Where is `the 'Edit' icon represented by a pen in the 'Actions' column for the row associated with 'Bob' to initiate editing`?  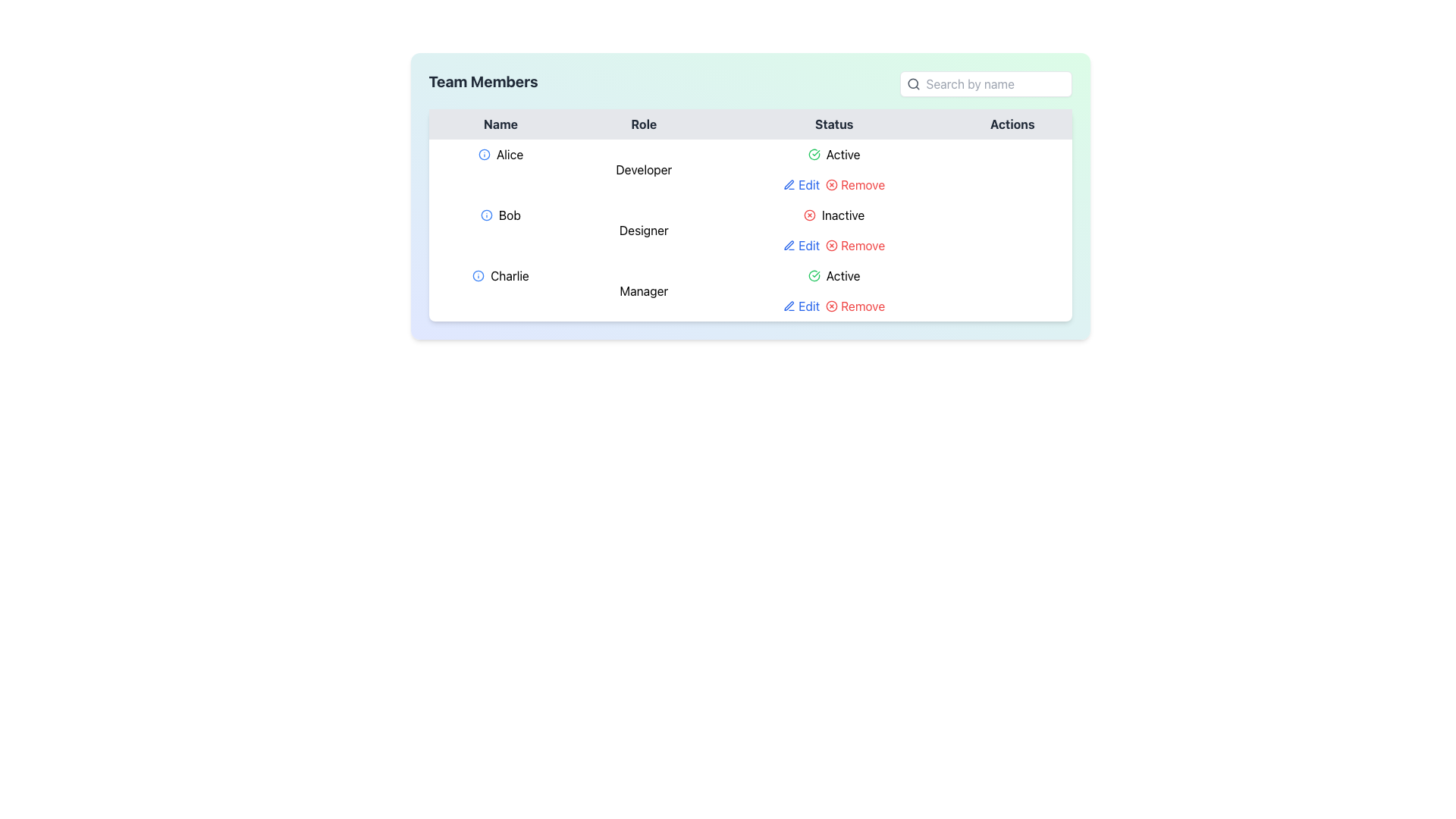
the 'Edit' icon represented by a pen in the 'Actions' column for the row associated with 'Bob' to initiate editing is located at coordinates (789, 244).